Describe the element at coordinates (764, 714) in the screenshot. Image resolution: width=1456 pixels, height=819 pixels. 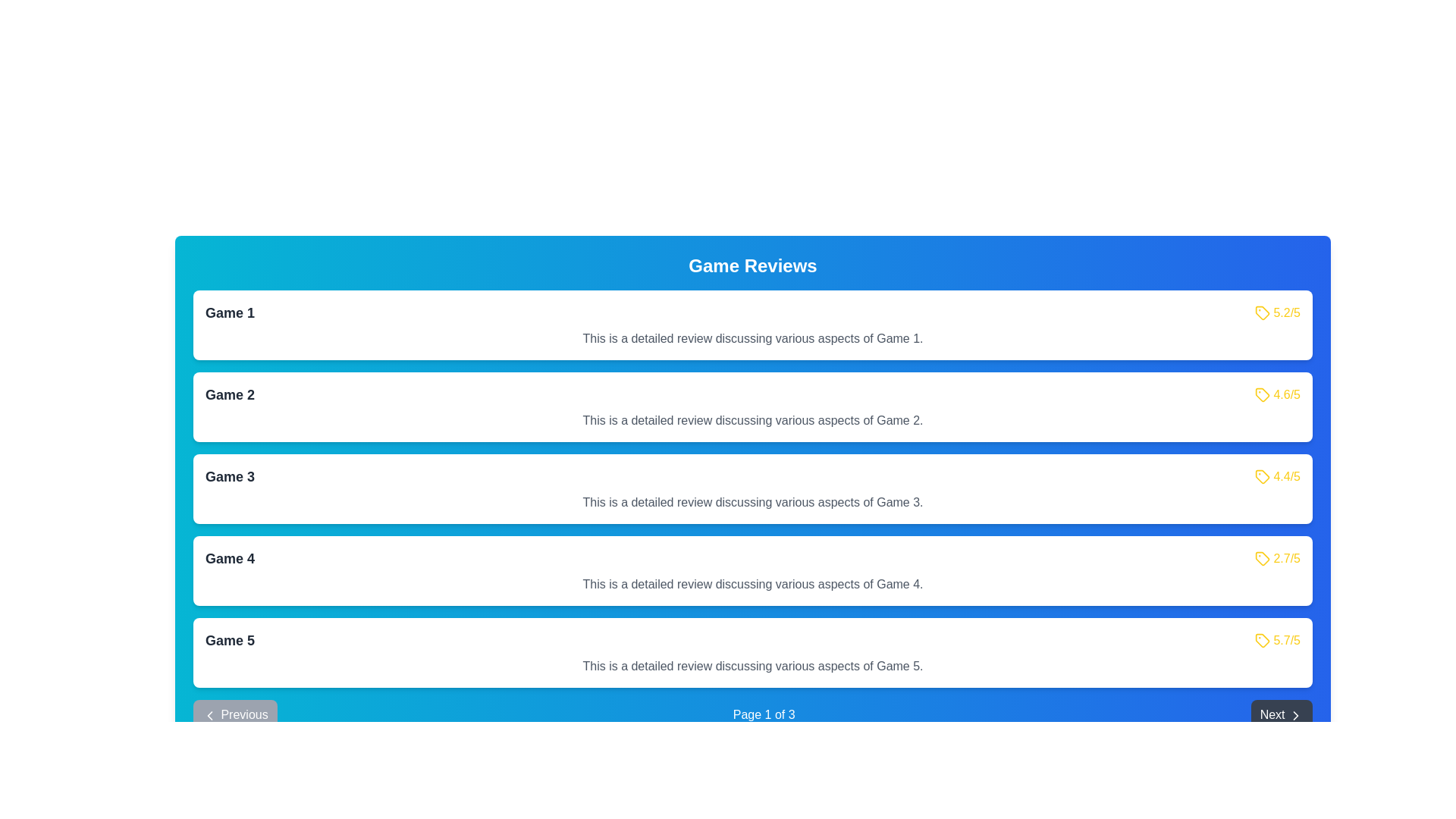
I see `the text label displaying 'Page 1 of 3' which is centrally aligned between the pagination buttons at the bottom of the page` at that location.